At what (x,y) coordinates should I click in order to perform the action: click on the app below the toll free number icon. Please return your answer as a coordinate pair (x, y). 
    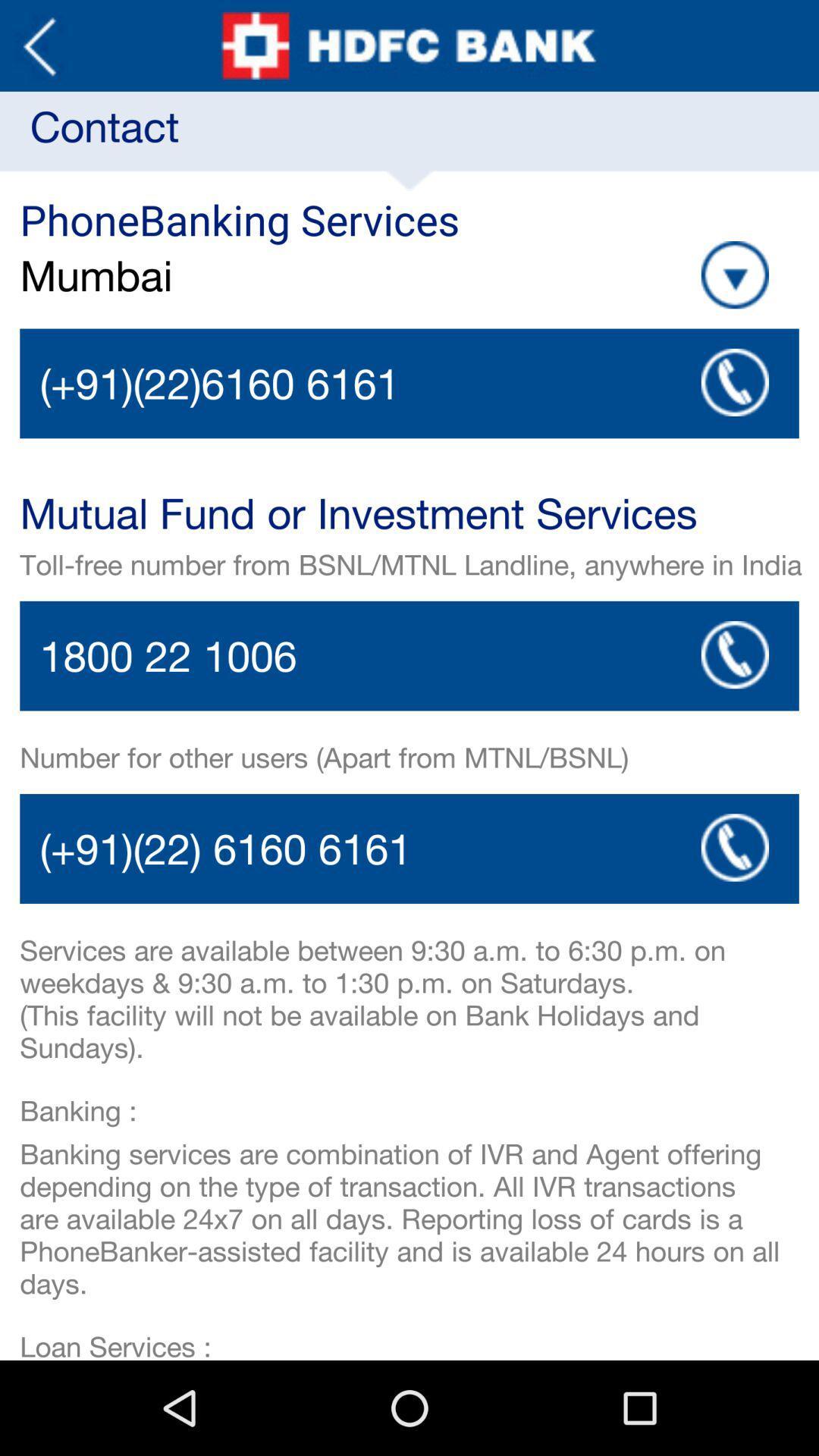
    Looking at the image, I should click on (734, 654).